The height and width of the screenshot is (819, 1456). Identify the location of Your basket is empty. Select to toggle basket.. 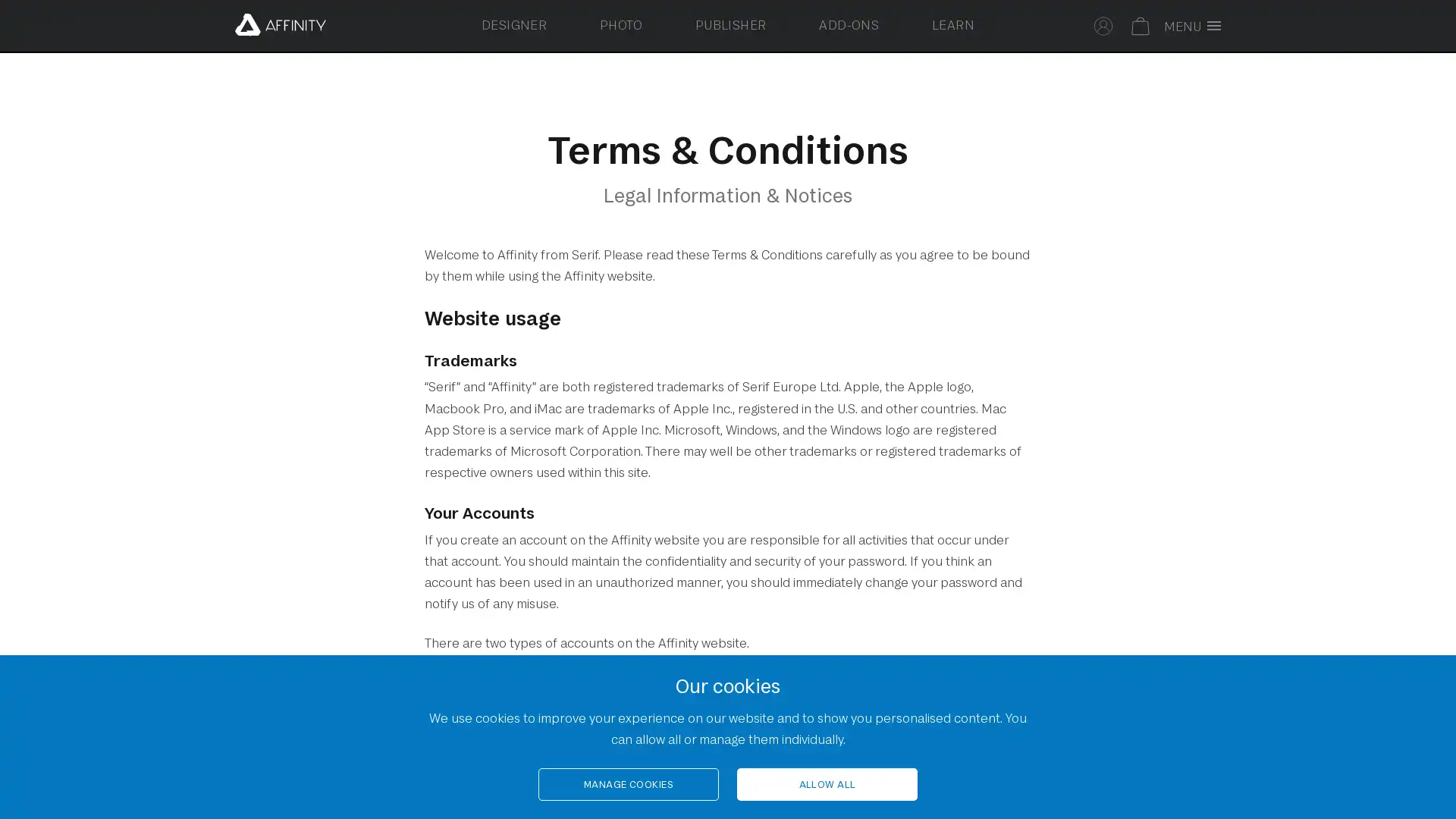
(1141, 24).